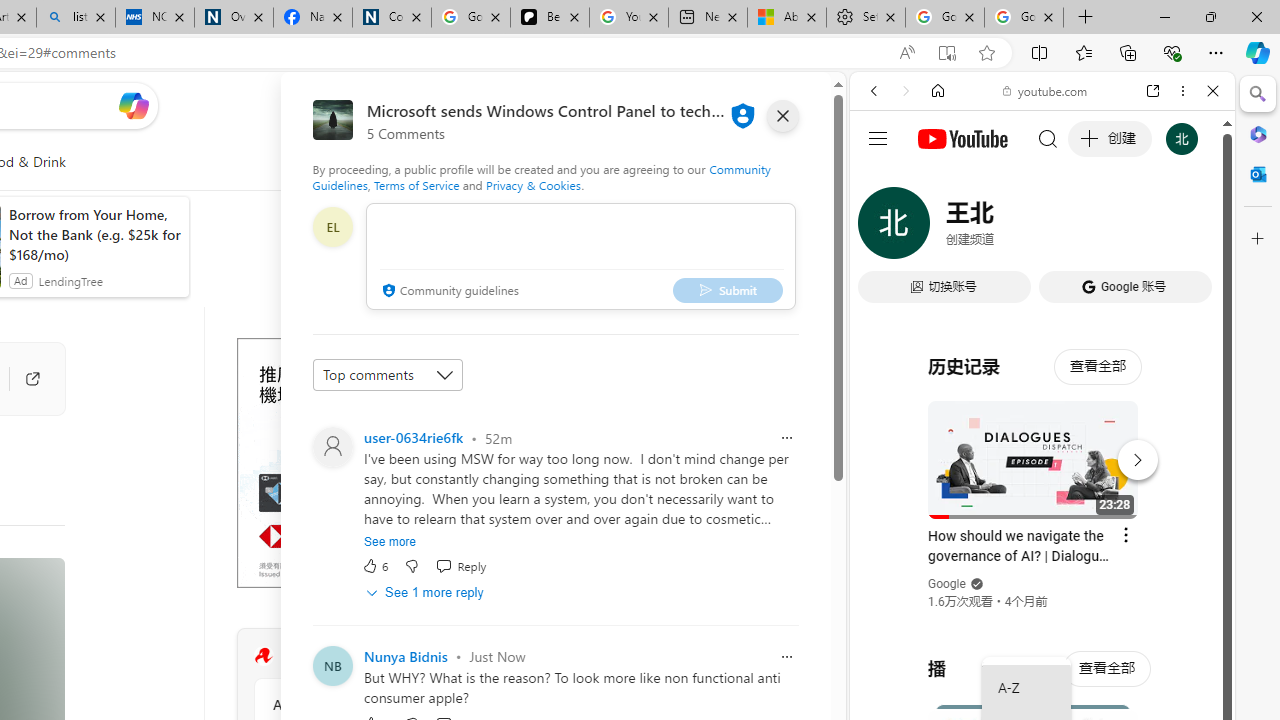 The width and height of the screenshot is (1280, 720). I want to click on 'Be Smart | creating Science videos | Patreon', so click(549, 17).